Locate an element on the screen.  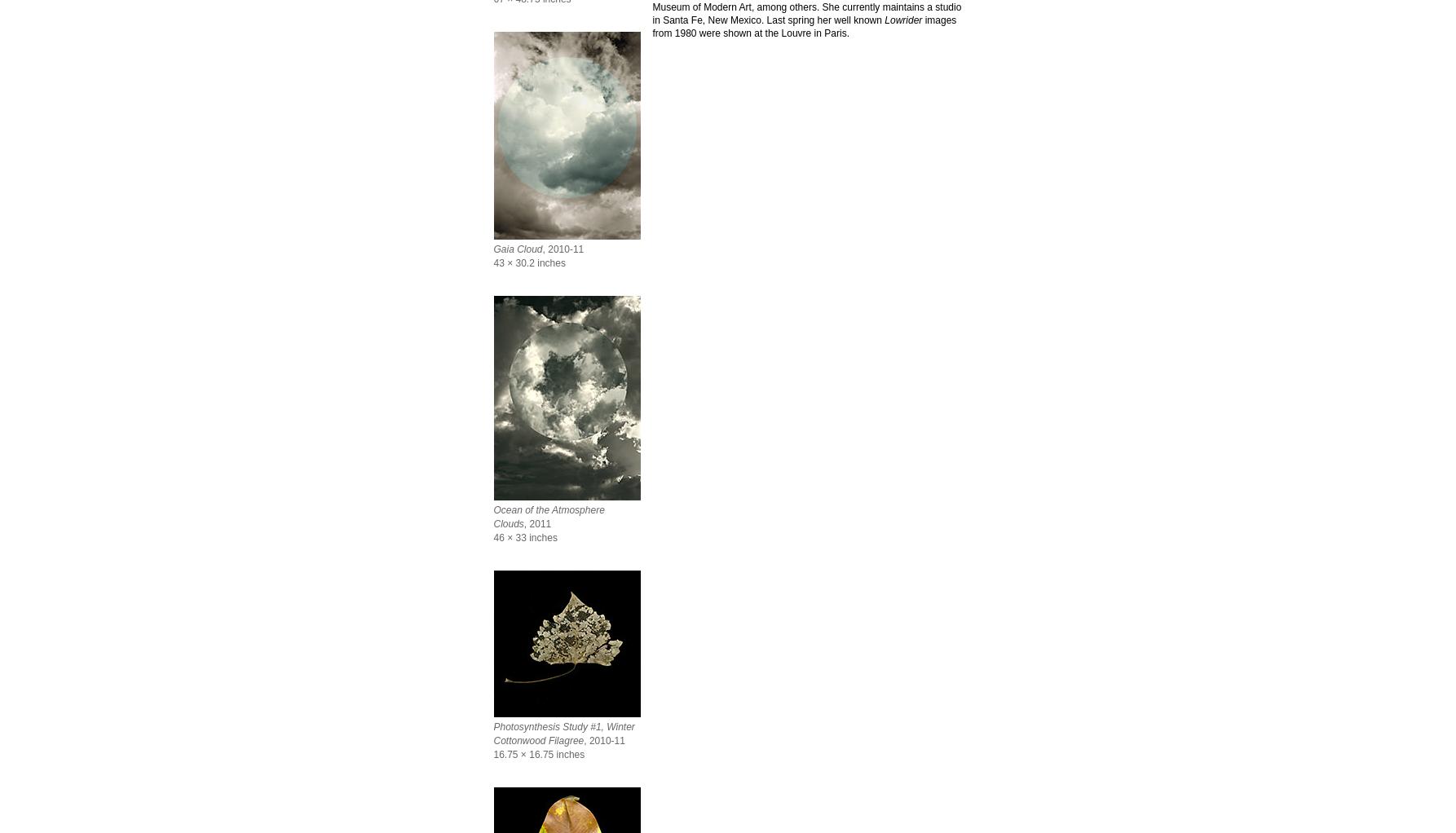
'Gaia Cloud' is located at coordinates (517, 248).